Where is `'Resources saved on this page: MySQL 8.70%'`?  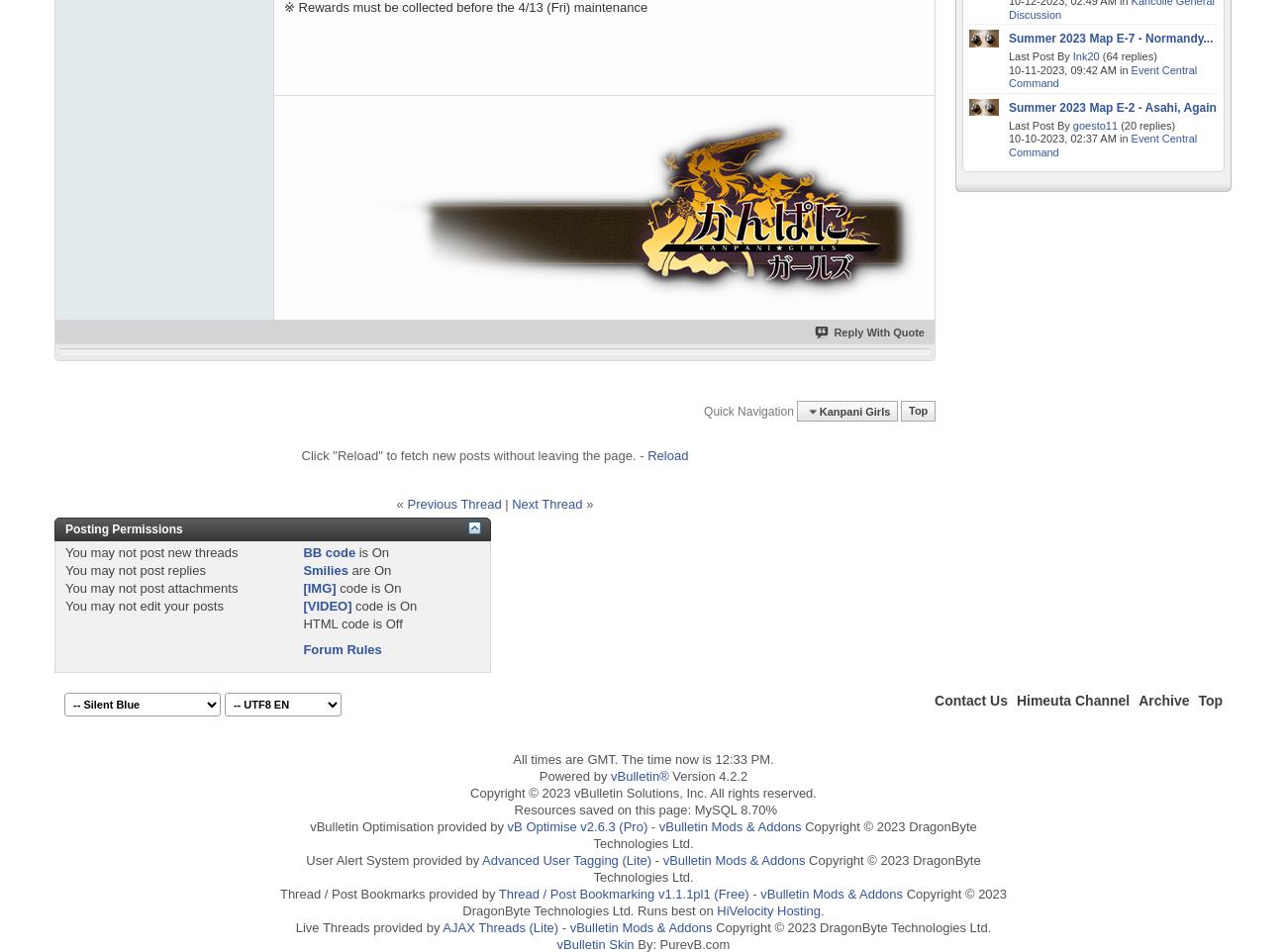 'Resources saved on this page: MySQL 8.70%' is located at coordinates (513, 809).